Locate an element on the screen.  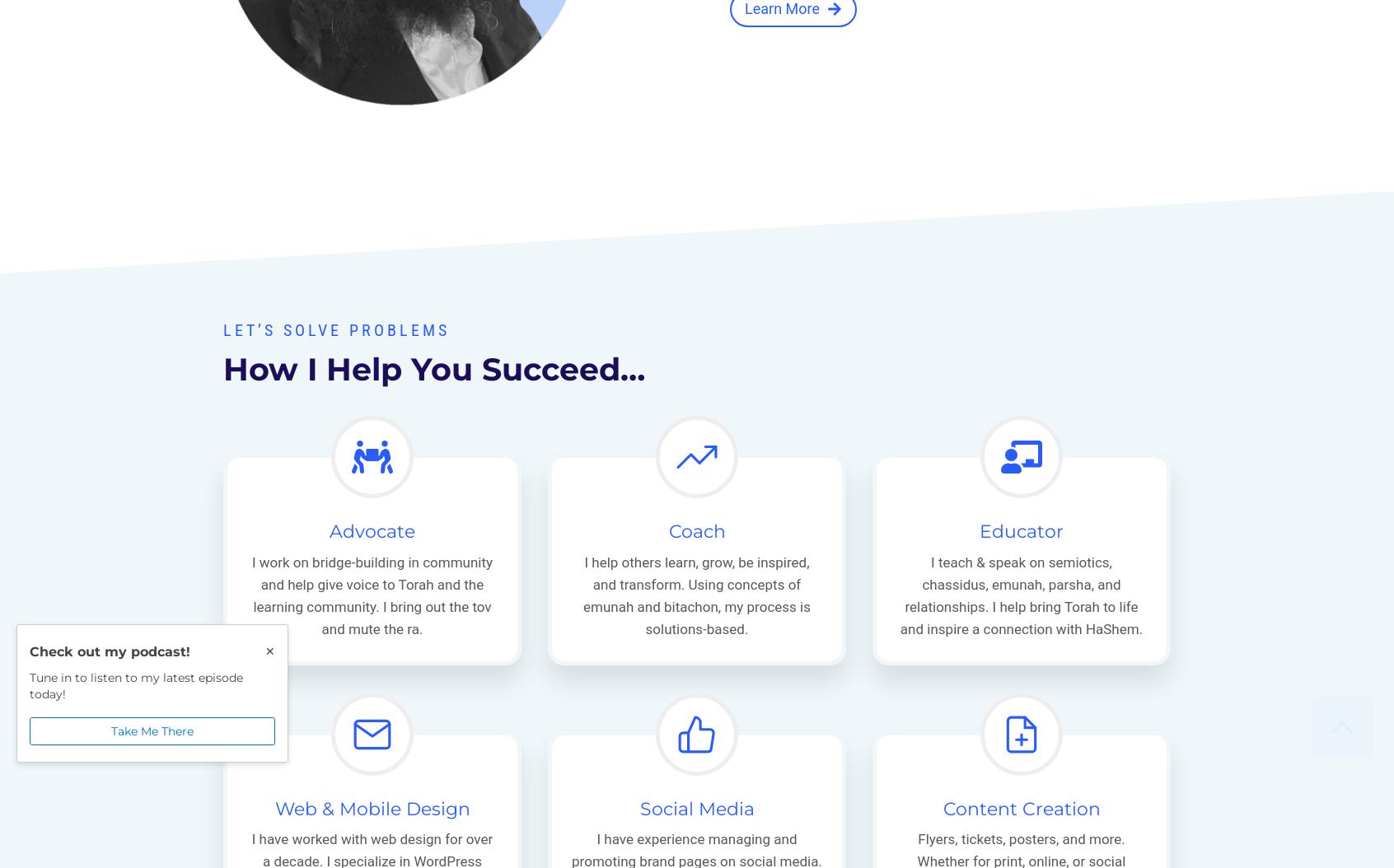
'I work on bridge-building in community and help give voice to Torah and the learning community. I bring out the tov and mute the ra.' is located at coordinates (371, 595).